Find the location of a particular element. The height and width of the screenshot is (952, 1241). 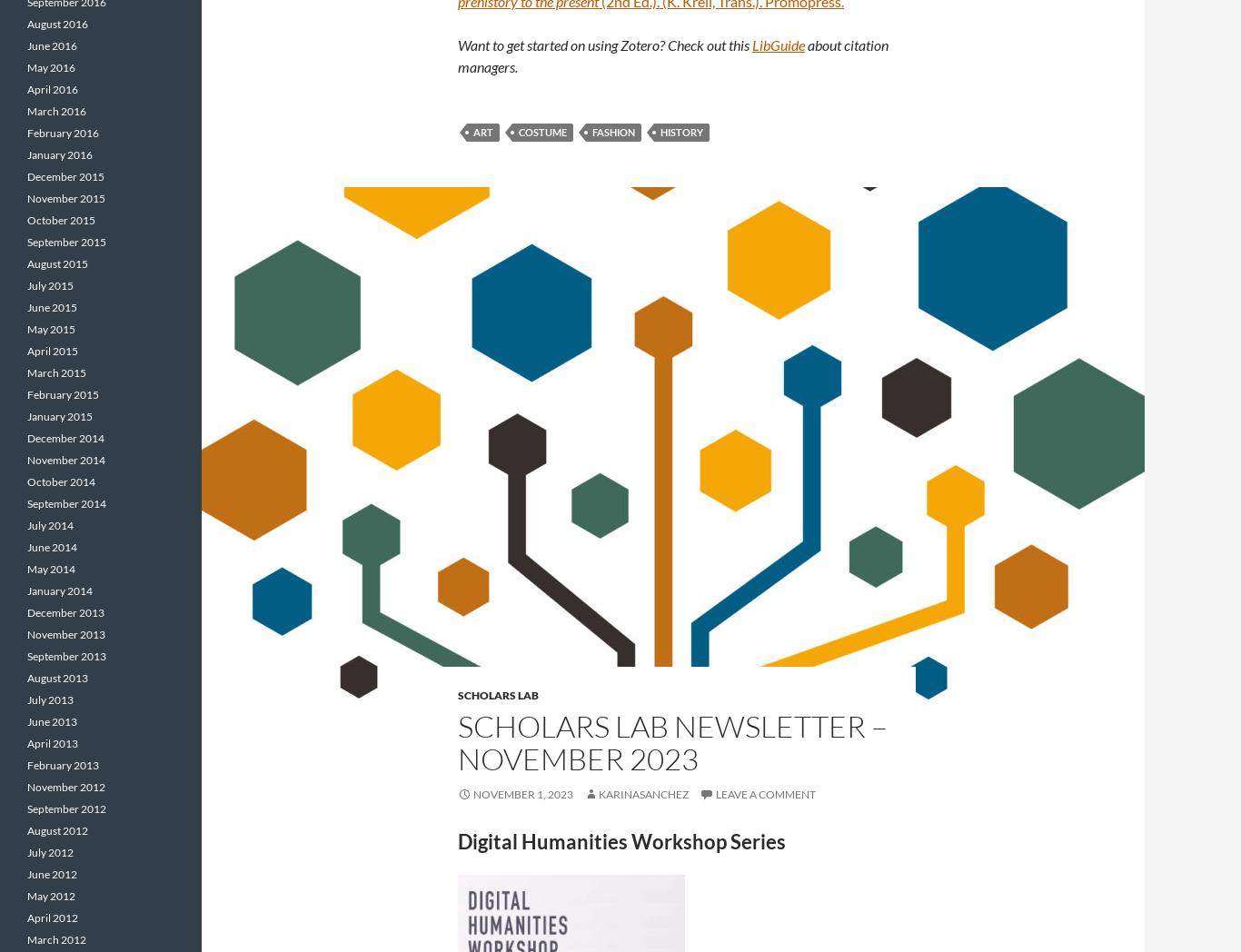

'June 2015' is located at coordinates (52, 307).